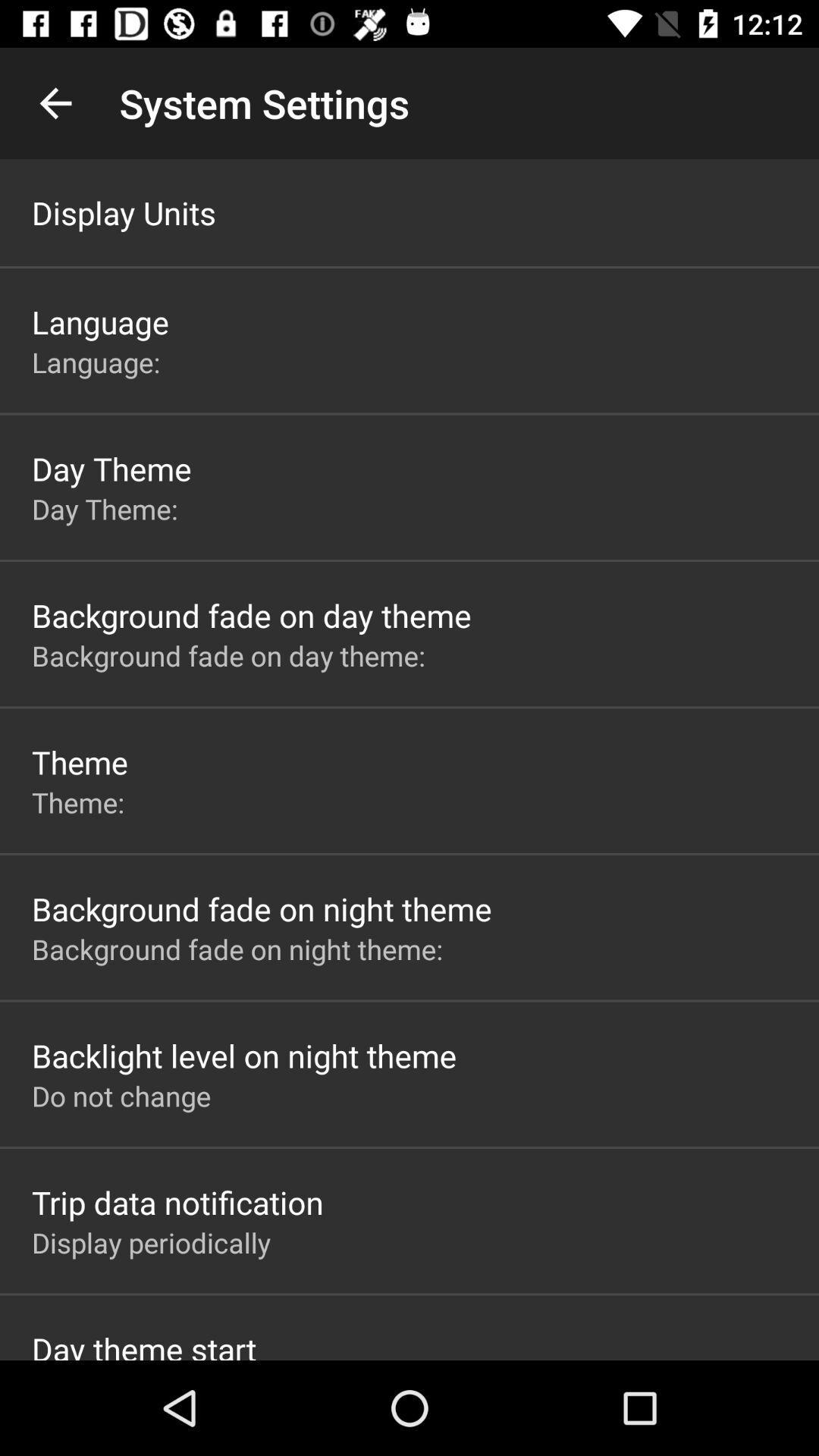  I want to click on the item above day theme start icon, so click(151, 1242).